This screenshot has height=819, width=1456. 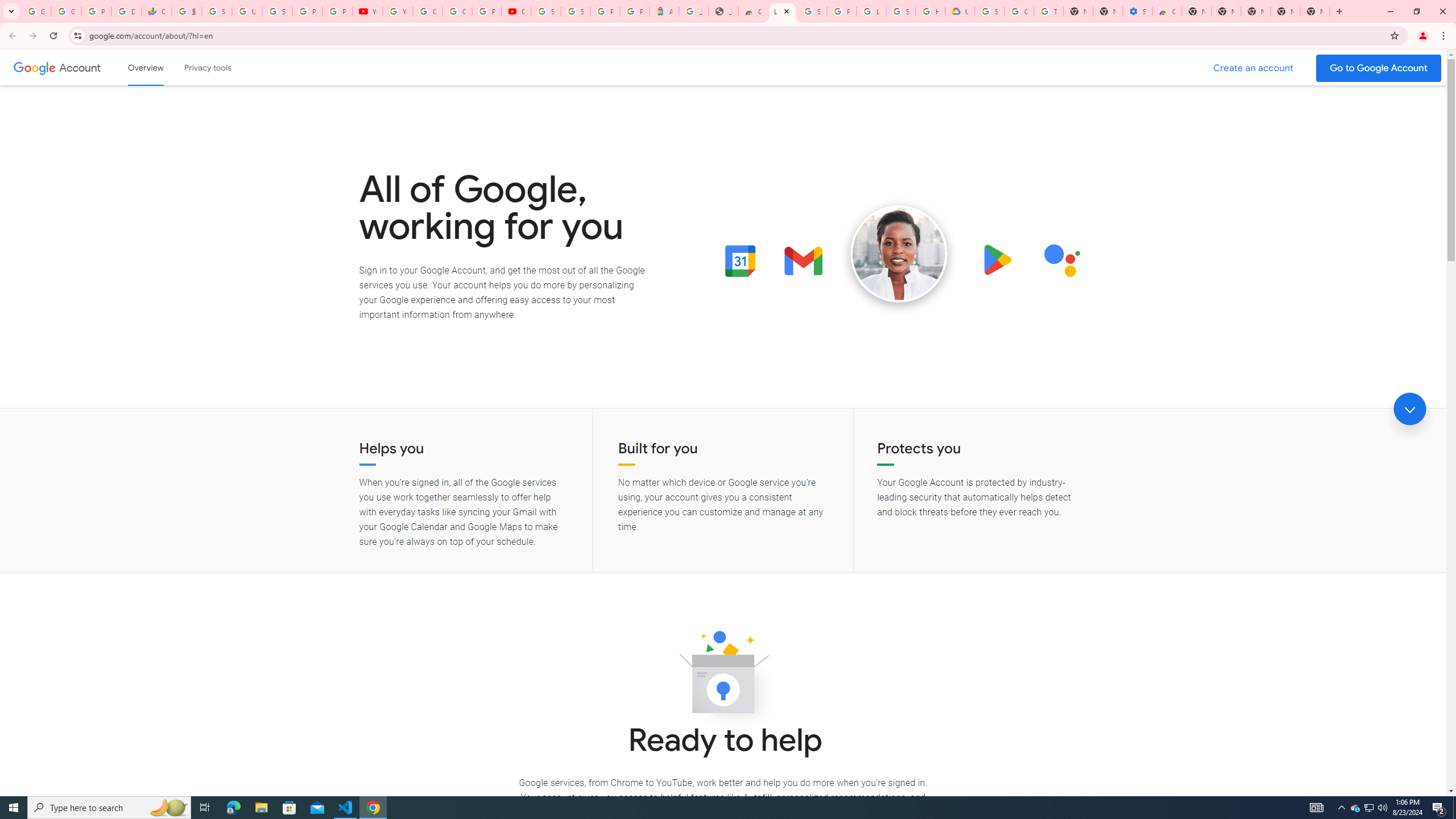 What do you see at coordinates (206, 67) in the screenshot?
I see `'Privacy tools'` at bounding box center [206, 67].